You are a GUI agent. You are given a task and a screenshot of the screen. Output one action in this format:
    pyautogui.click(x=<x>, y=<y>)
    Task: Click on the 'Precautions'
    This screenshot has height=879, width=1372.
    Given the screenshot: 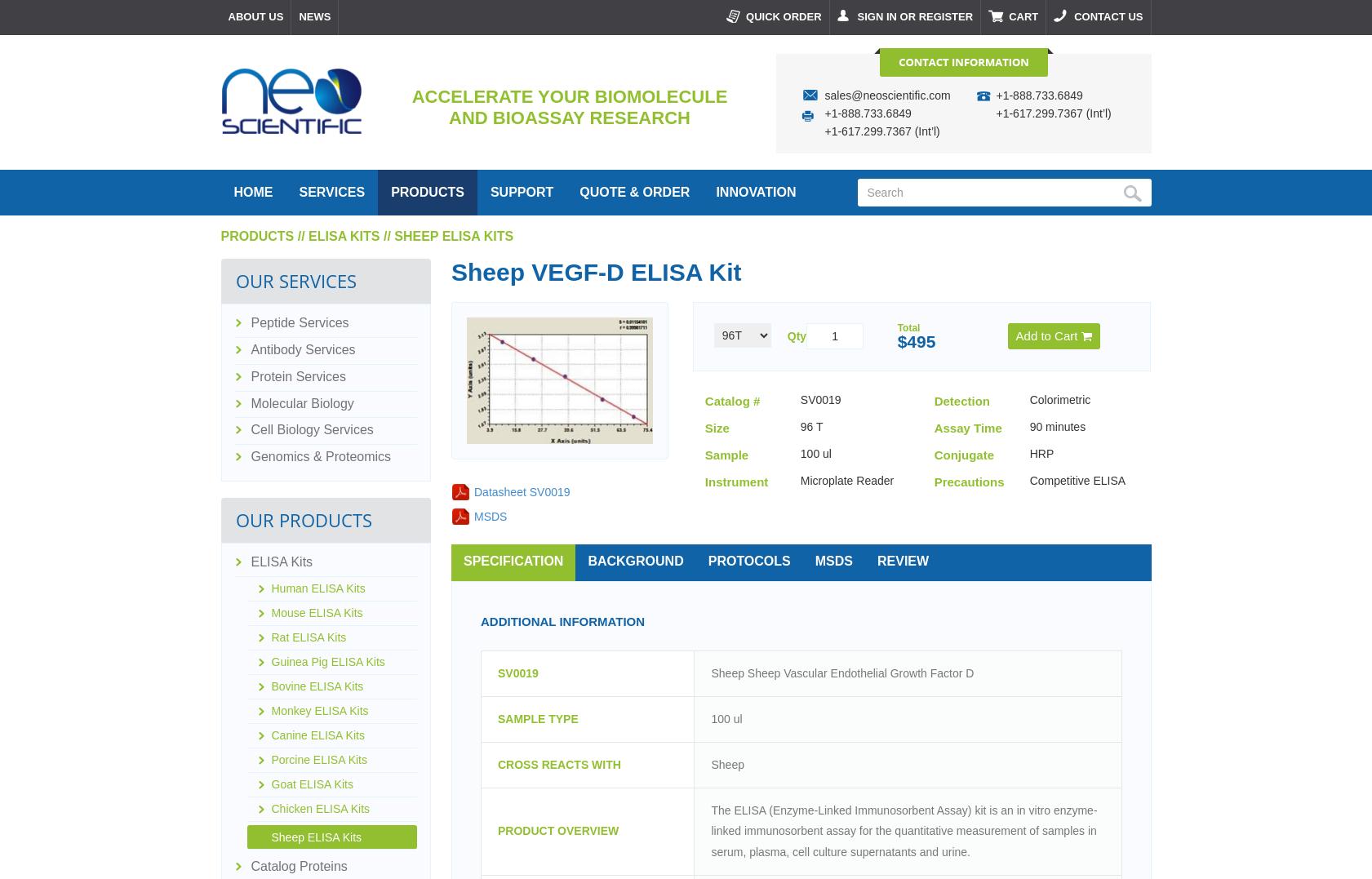 What is the action you would take?
    pyautogui.click(x=968, y=480)
    